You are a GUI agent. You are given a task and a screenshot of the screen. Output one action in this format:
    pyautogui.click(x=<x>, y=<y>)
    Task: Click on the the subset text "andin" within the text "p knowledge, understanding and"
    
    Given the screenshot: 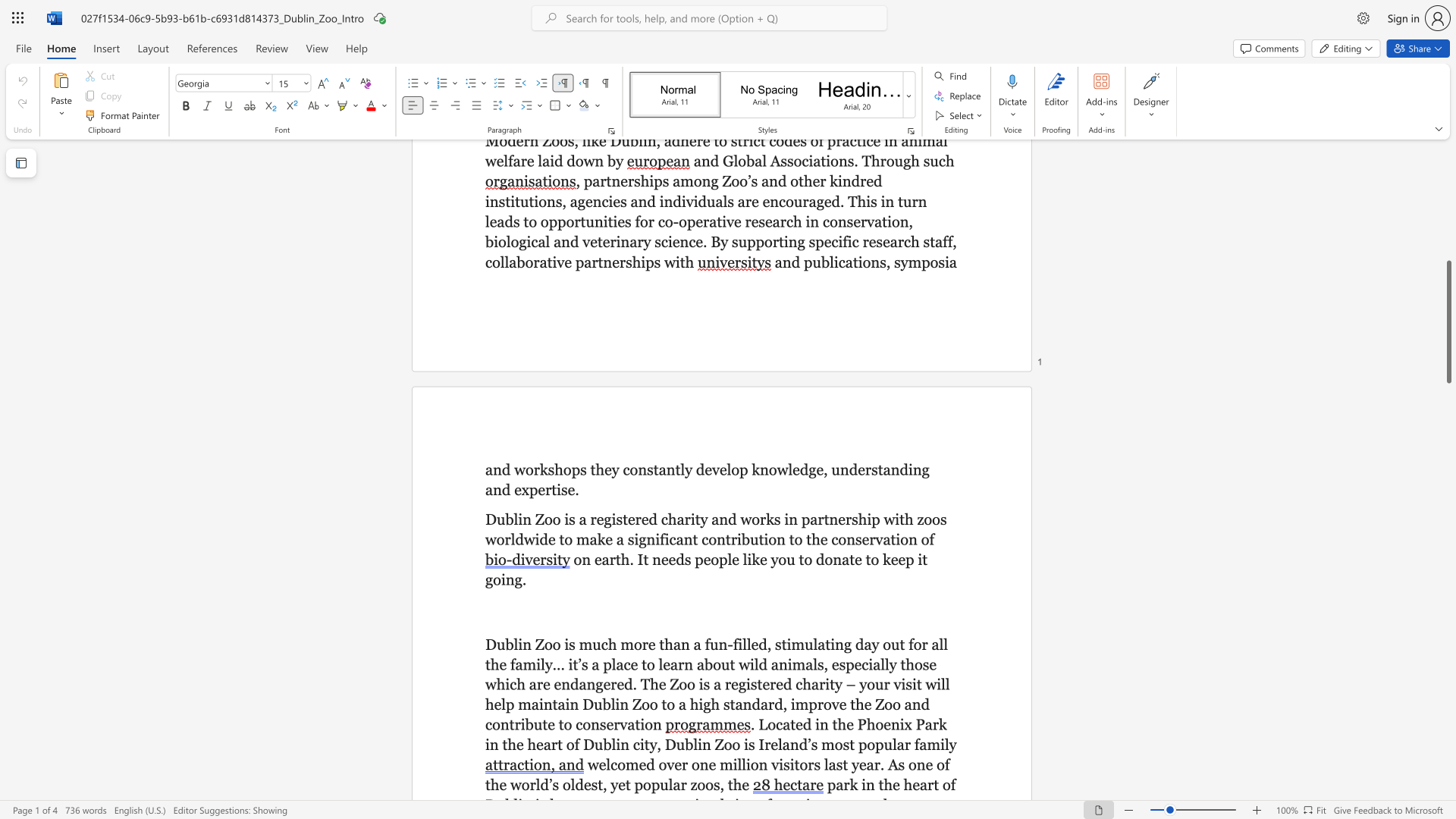 What is the action you would take?
    pyautogui.click(x=883, y=469)
    